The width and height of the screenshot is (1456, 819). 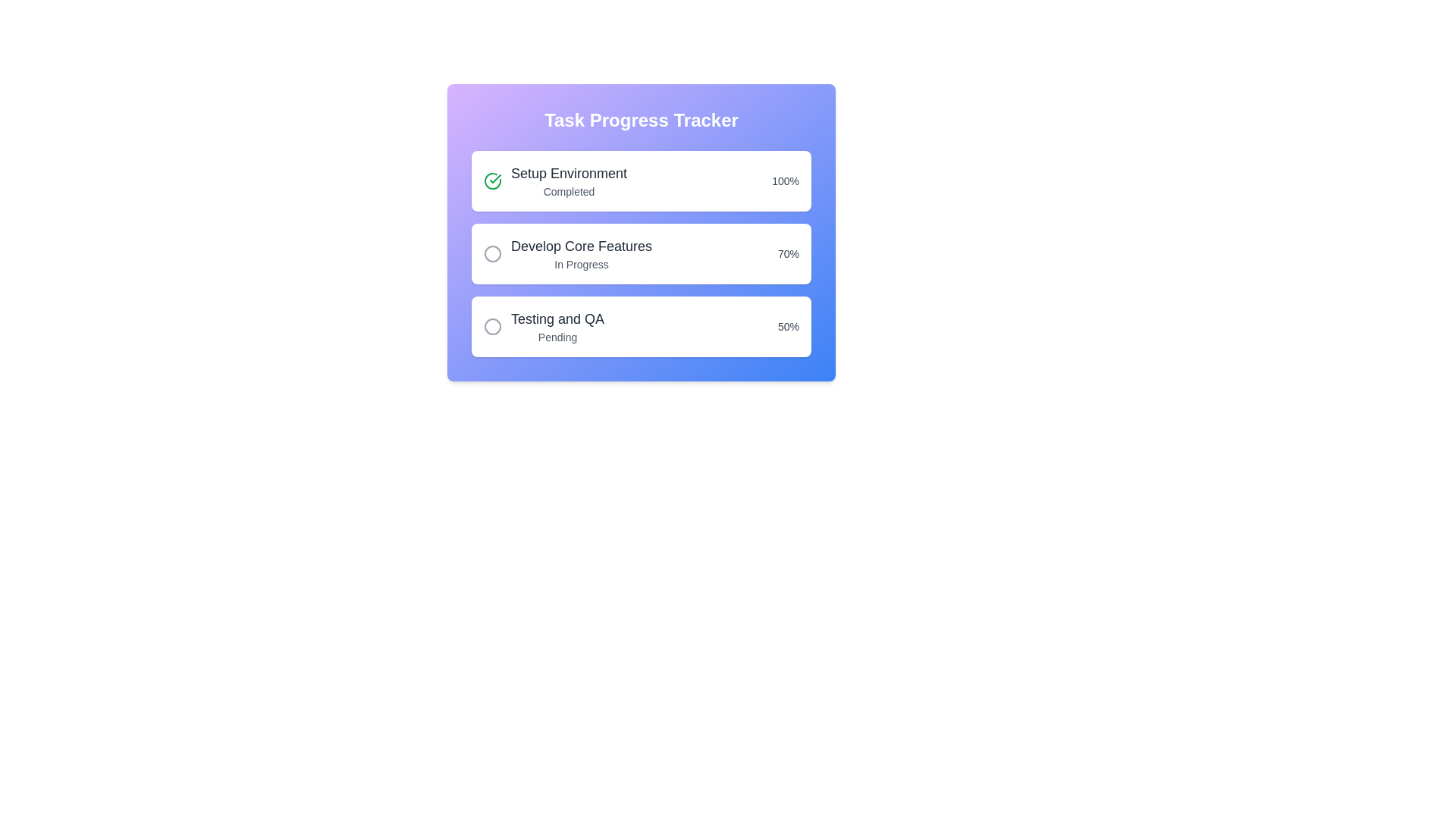 What do you see at coordinates (492, 253) in the screenshot?
I see `the state of the circular icon with a gray outline indicating an unfinished or progress state, located in the second row of the progress tracker panel before the 'Develop Core Features' text` at bounding box center [492, 253].